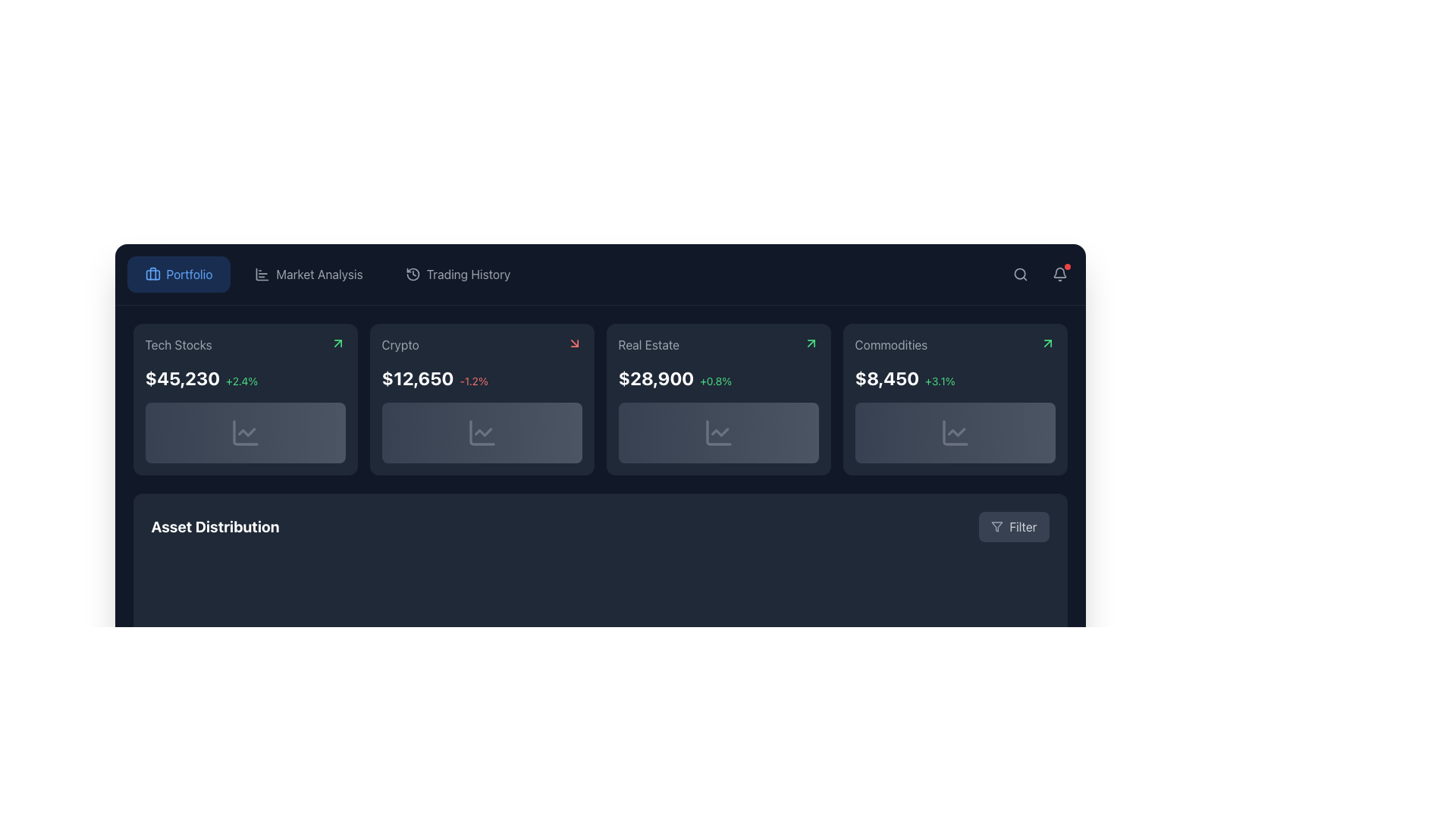 The image size is (1456, 819). I want to click on the upward pointing green arrow icon located in the top-right corner of the 'Tech Stocks' card, next to the card's title, so click(337, 343).